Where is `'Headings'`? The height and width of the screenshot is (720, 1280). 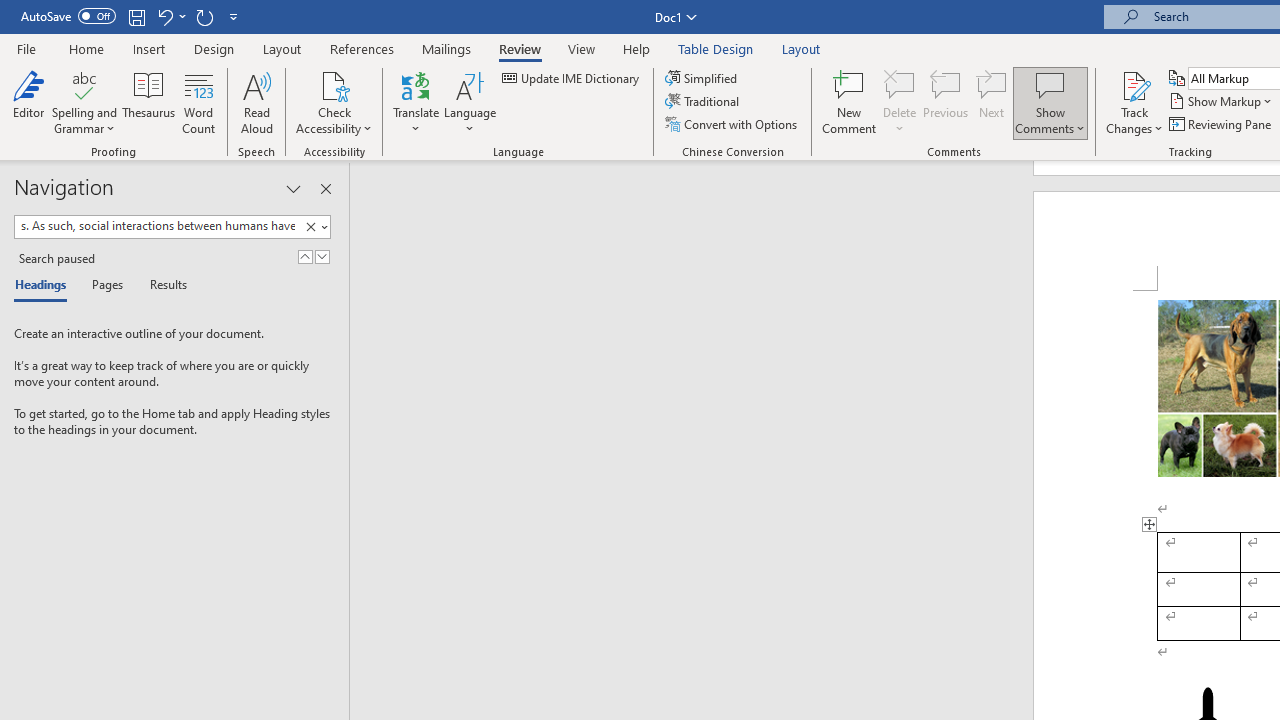 'Headings' is located at coordinates (45, 286).